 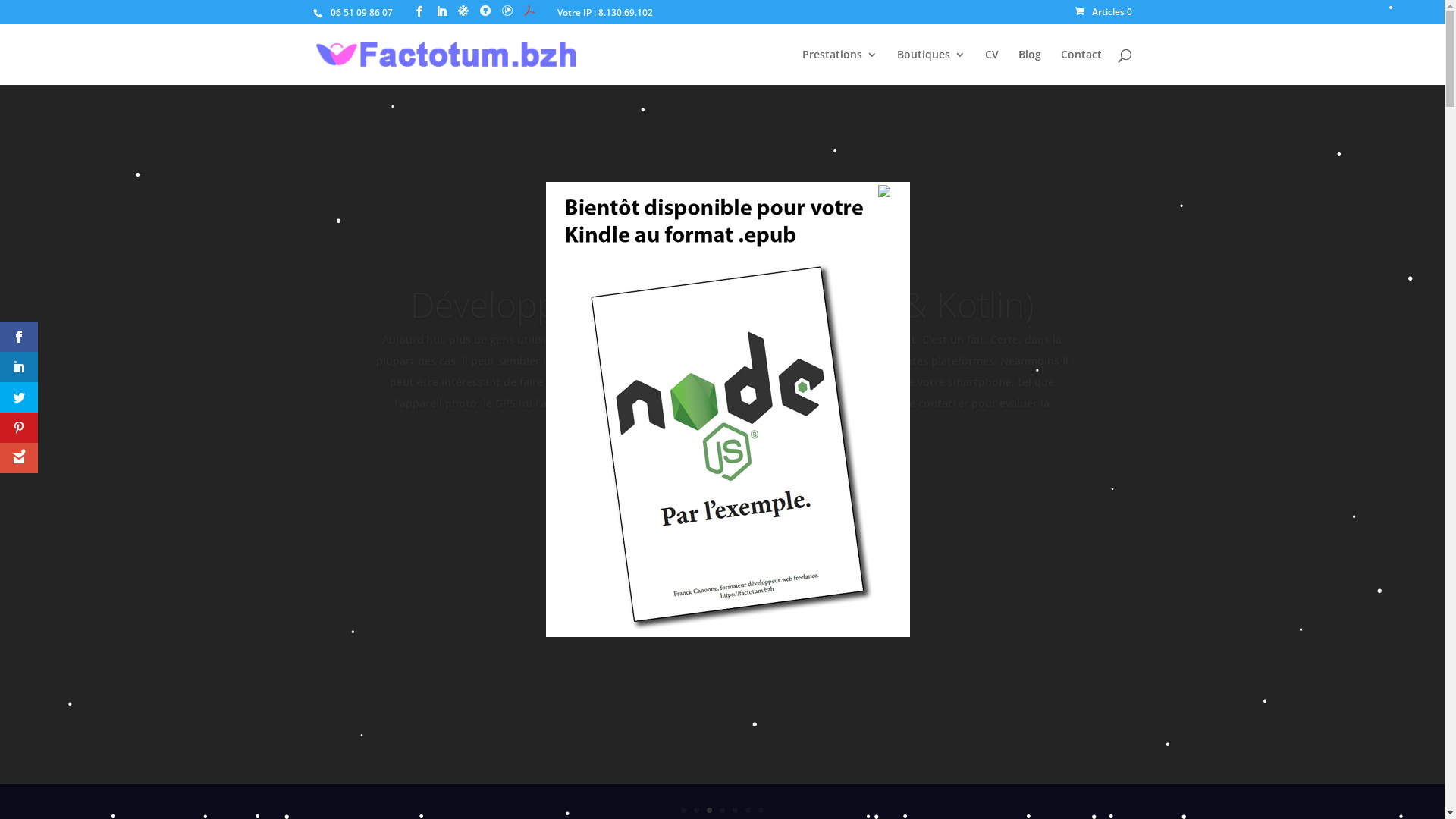 What do you see at coordinates (930, 66) in the screenshot?
I see `'Boutiques'` at bounding box center [930, 66].